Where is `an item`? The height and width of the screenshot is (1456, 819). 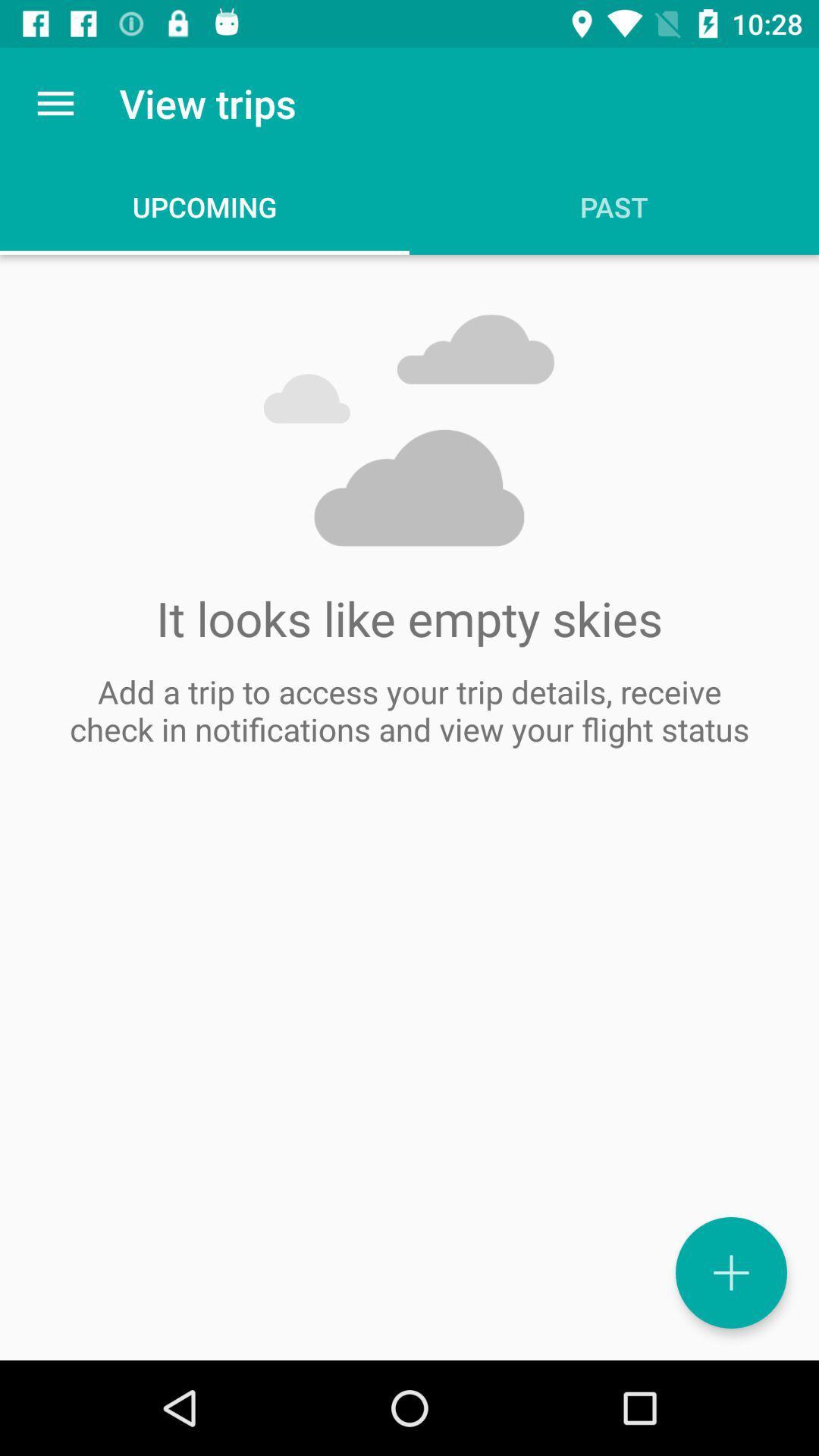
an item is located at coordinates (730, 1272).